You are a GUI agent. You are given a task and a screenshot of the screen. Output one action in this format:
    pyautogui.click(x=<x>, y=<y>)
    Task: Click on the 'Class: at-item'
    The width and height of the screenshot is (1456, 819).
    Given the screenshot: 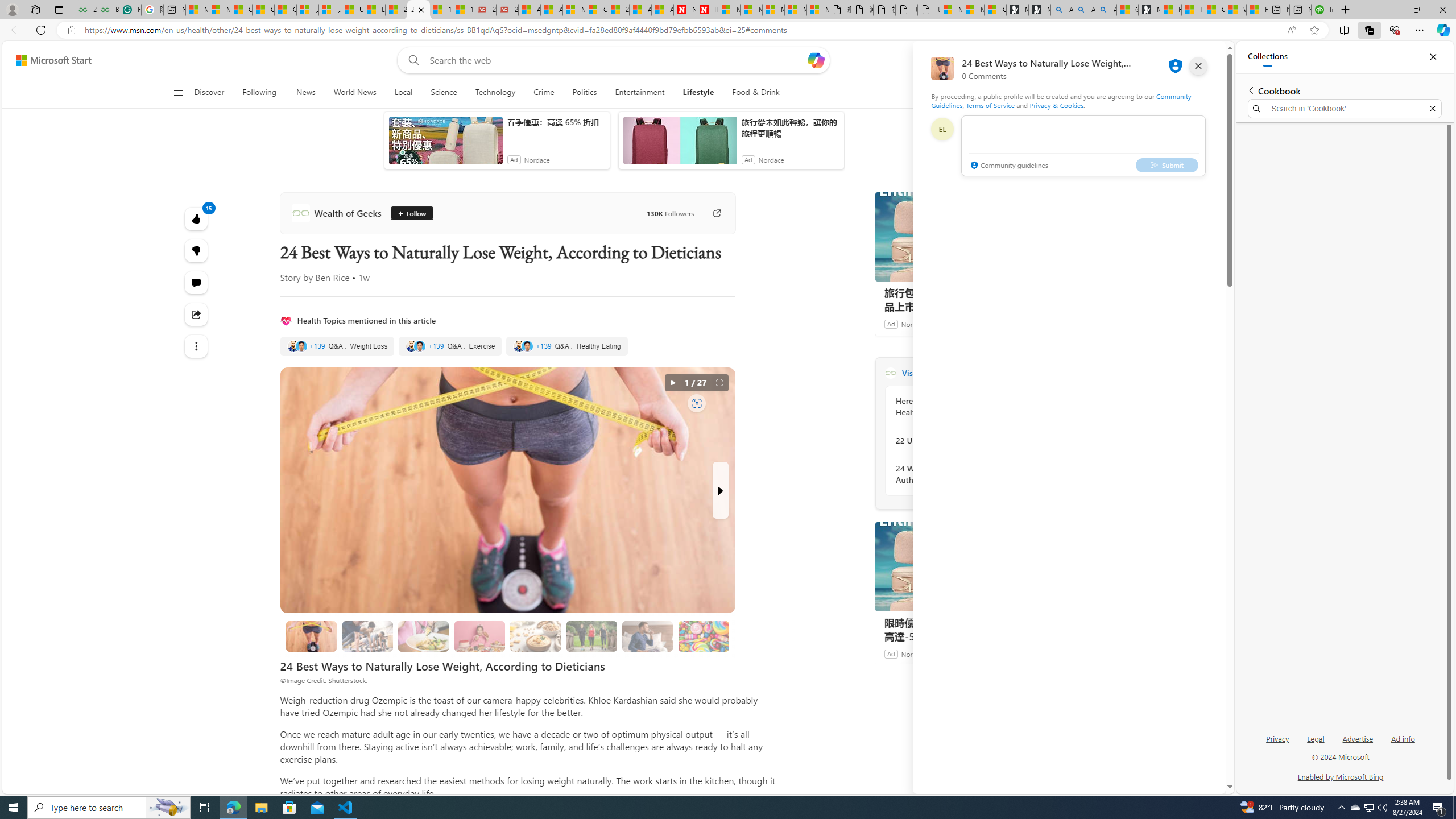 What is the action you would take?
    pyautogui.click(x=196, y=346)
    